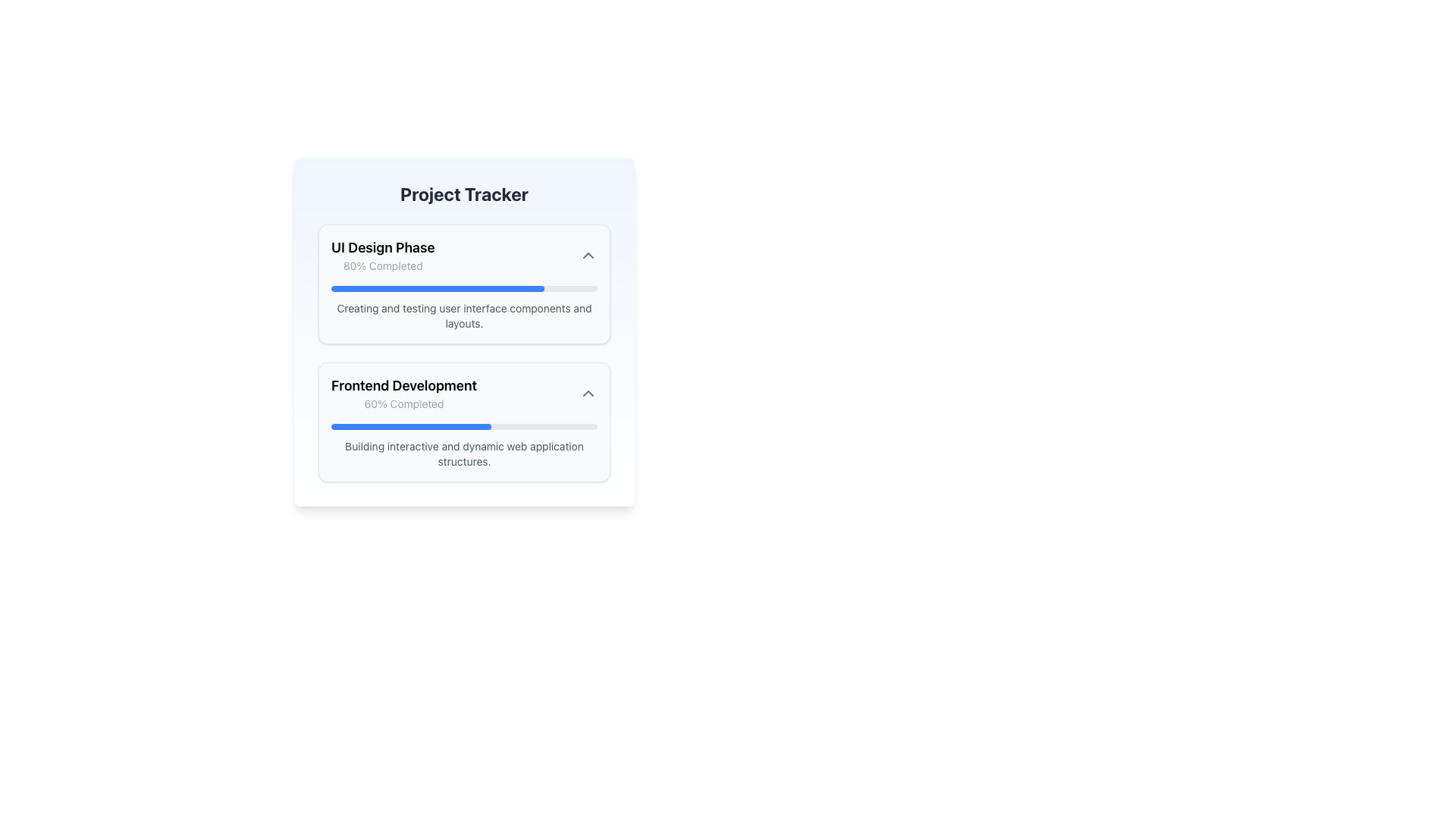 This screenshot has height=819, width=1456. Describe the element at coordinates (403, 385) in the screenshot. I see `the 'Frontend Development' text label which is styled in bold and serves as the heading in the project tracker block` at that location.